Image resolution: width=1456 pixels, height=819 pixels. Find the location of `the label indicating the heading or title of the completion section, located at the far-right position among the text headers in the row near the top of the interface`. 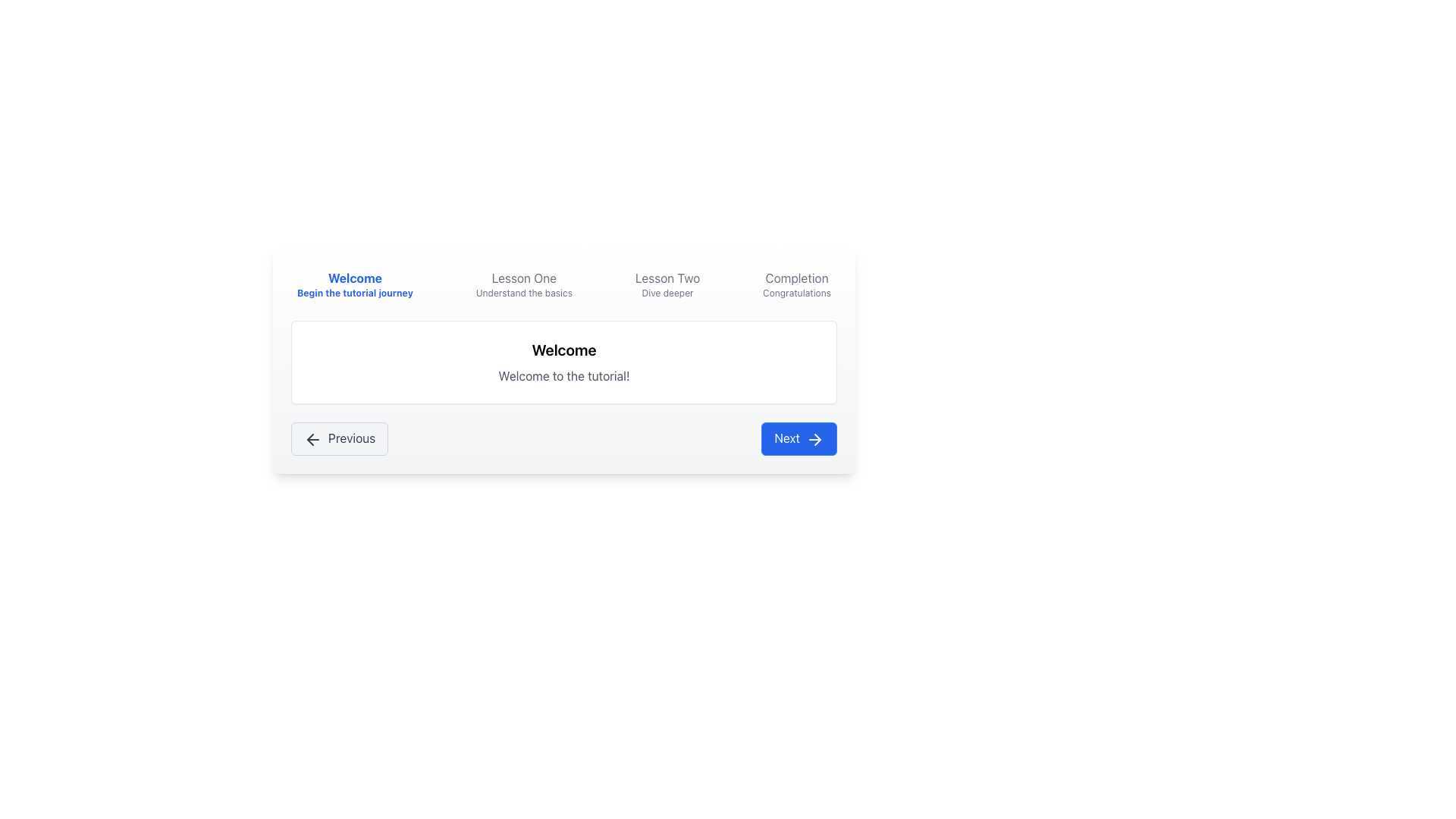

the label indicating the heading or title of the completion section, located at the far-right position among the text headers in the row near the top of the interface is located at coordinates (796, 278).